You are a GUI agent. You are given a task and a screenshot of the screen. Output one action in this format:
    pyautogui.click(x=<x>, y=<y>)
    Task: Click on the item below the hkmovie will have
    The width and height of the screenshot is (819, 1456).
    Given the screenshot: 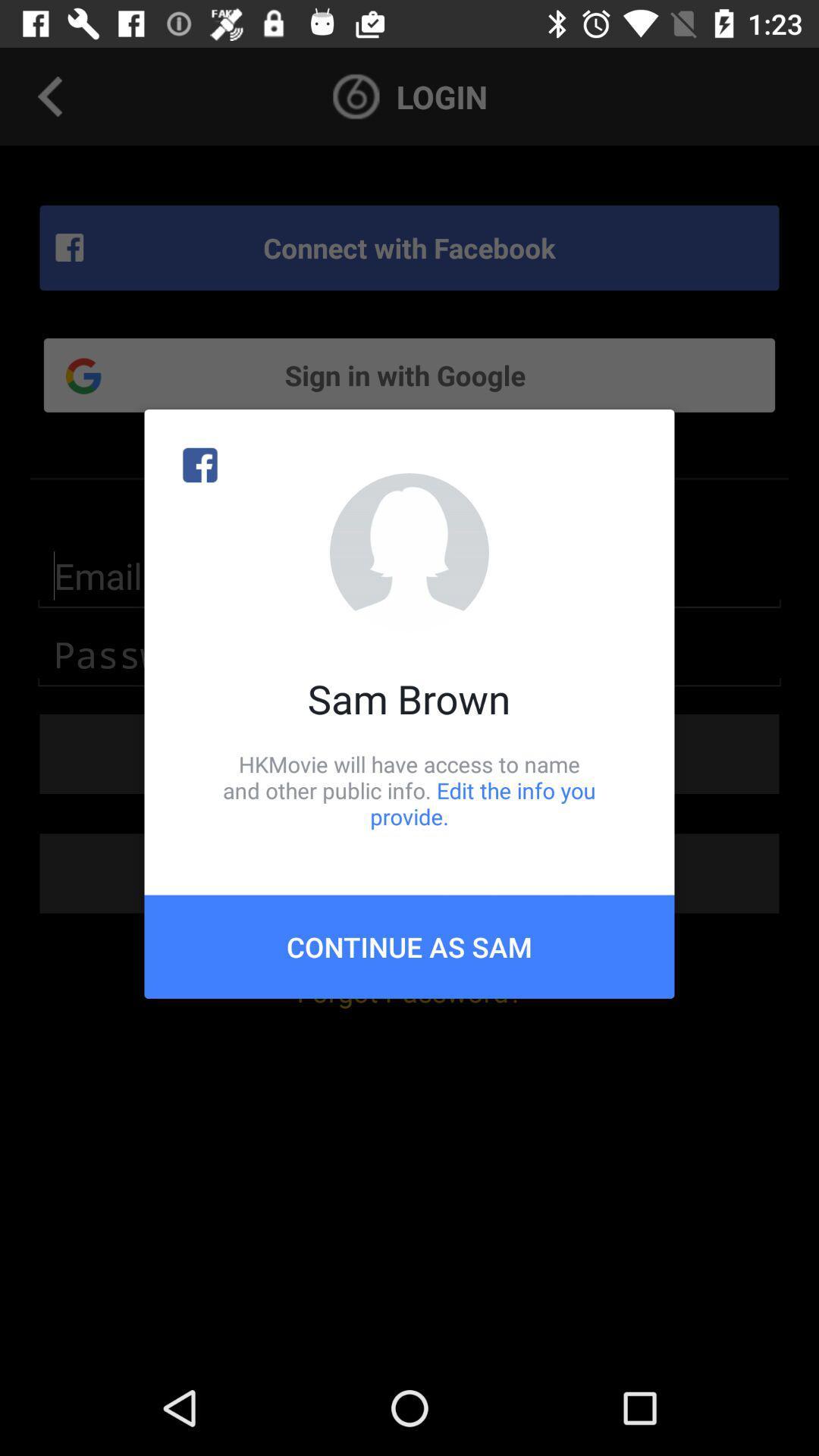 What is the action you would take?
    pyautogui.click(x=409, y=946)
    